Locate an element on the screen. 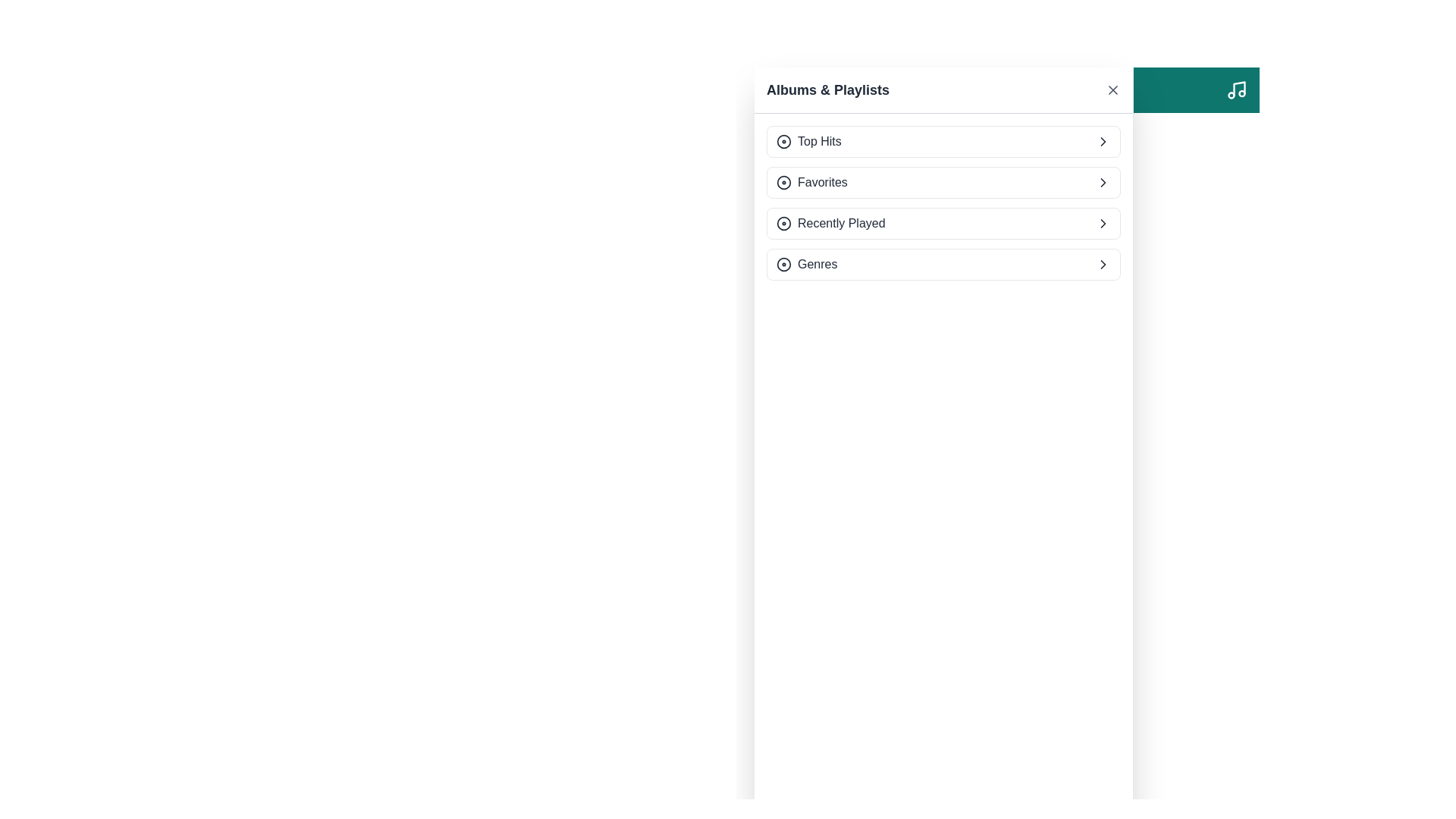 The width and height of the screenshot is (1456, 819). the rightmost icon in the 'Recently Played' list item of the 'Albums & Playlists' menu is located at coordinates (1103, 223).